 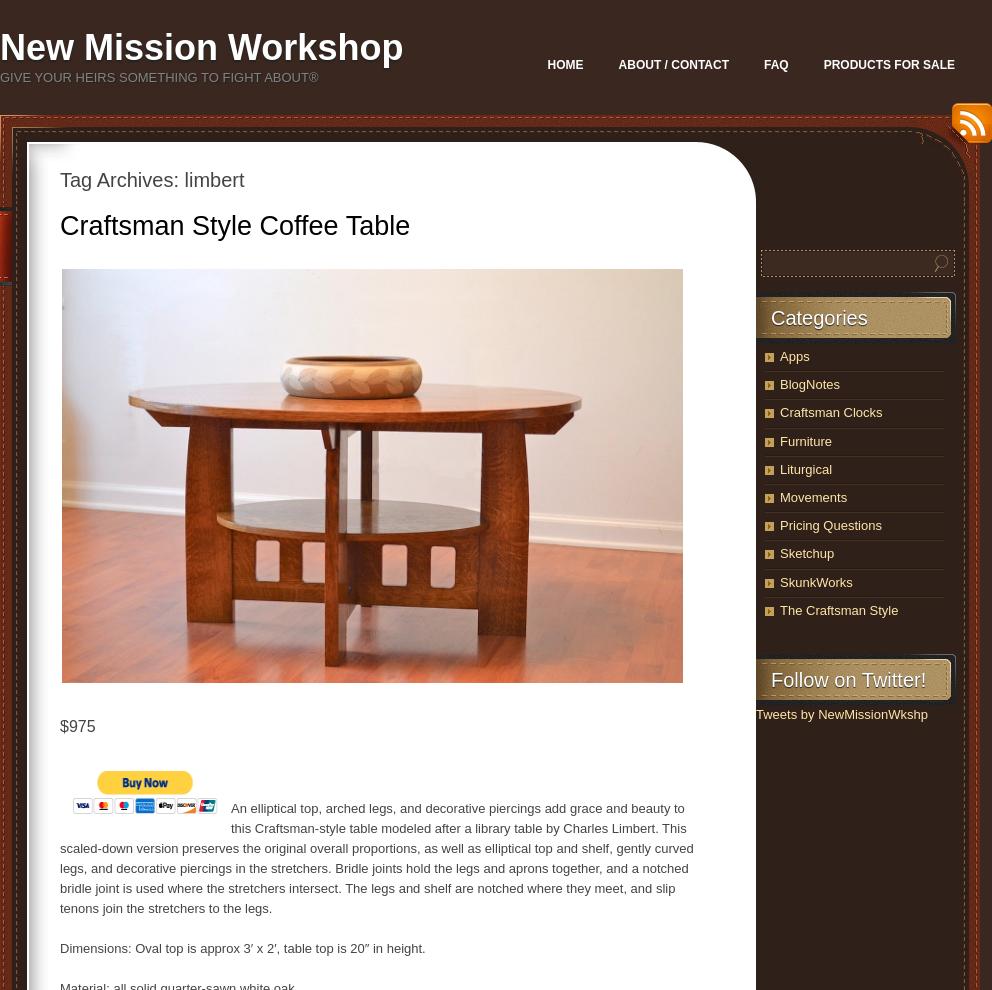 I want to click on 'Tag Archives:', so click(x=121, y=179).